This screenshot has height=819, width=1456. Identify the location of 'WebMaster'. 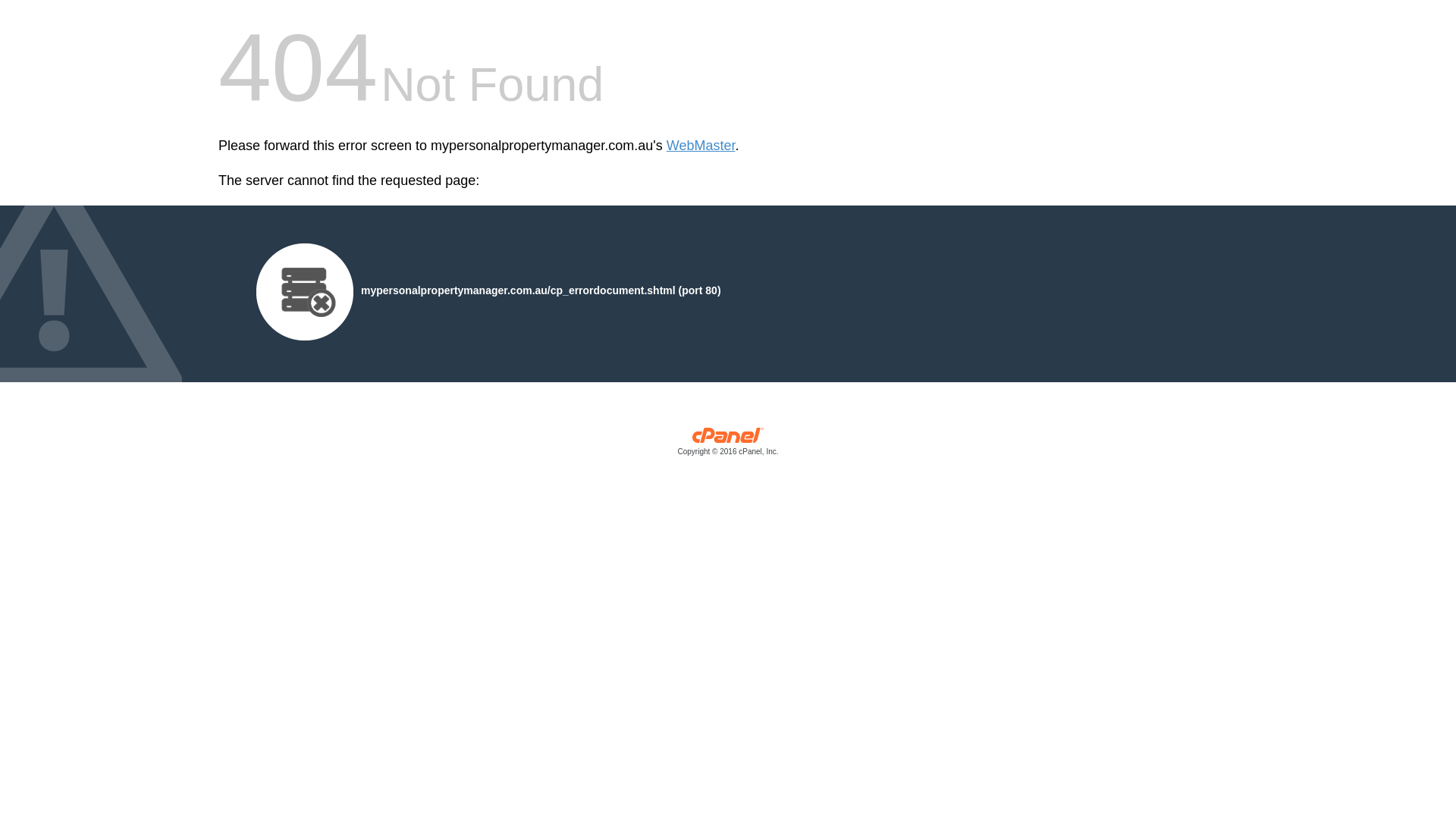
(700, 146).